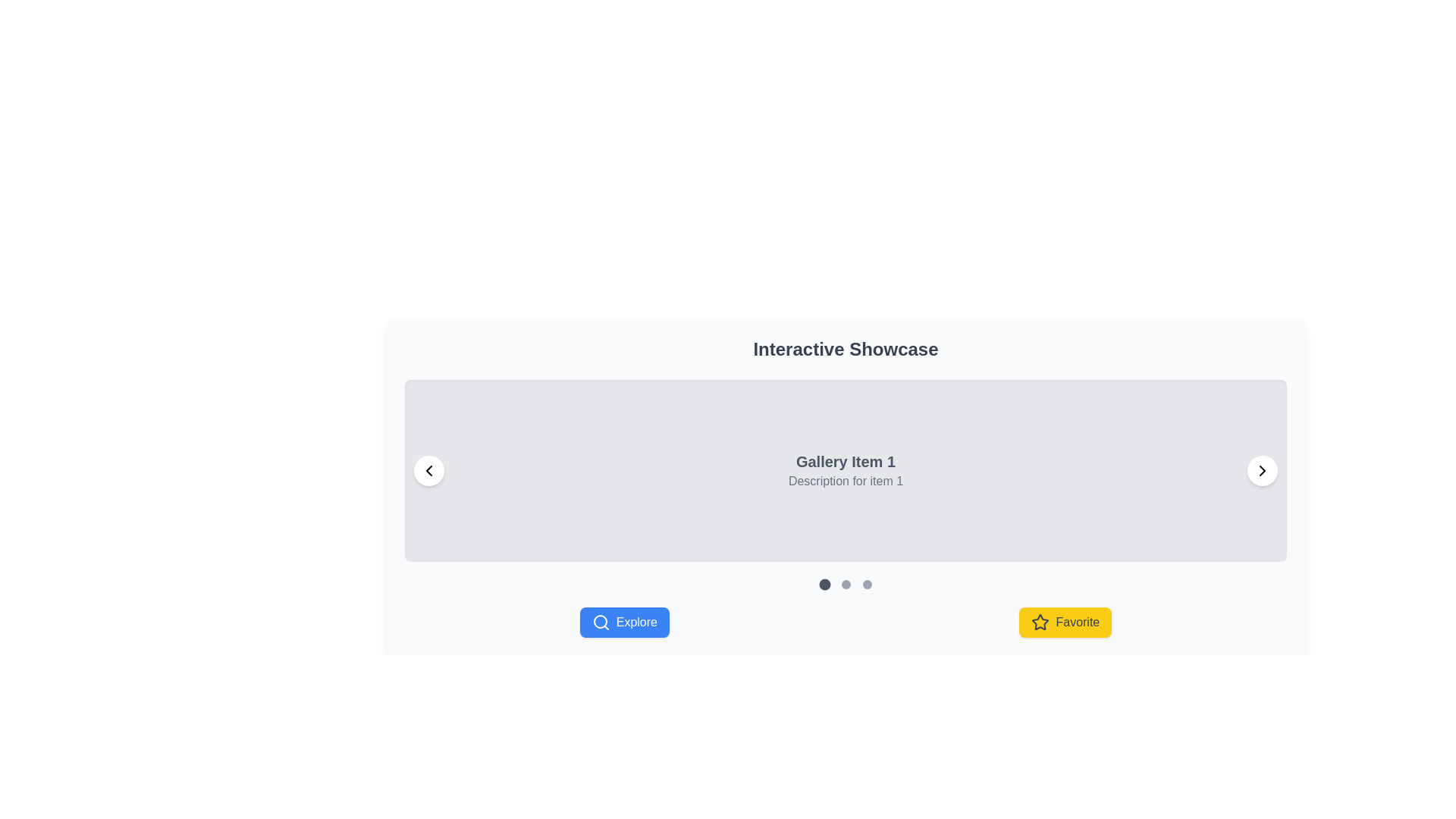  What do you see at coordinates (845, 584) in the screenshot?
I see `the middle dot indicator in the carousel, which is gray and positioned at the bottom of the section containing 'Gallery Item 1' to trigger a tooltip or hover effect` at bounding box center [845, 584].